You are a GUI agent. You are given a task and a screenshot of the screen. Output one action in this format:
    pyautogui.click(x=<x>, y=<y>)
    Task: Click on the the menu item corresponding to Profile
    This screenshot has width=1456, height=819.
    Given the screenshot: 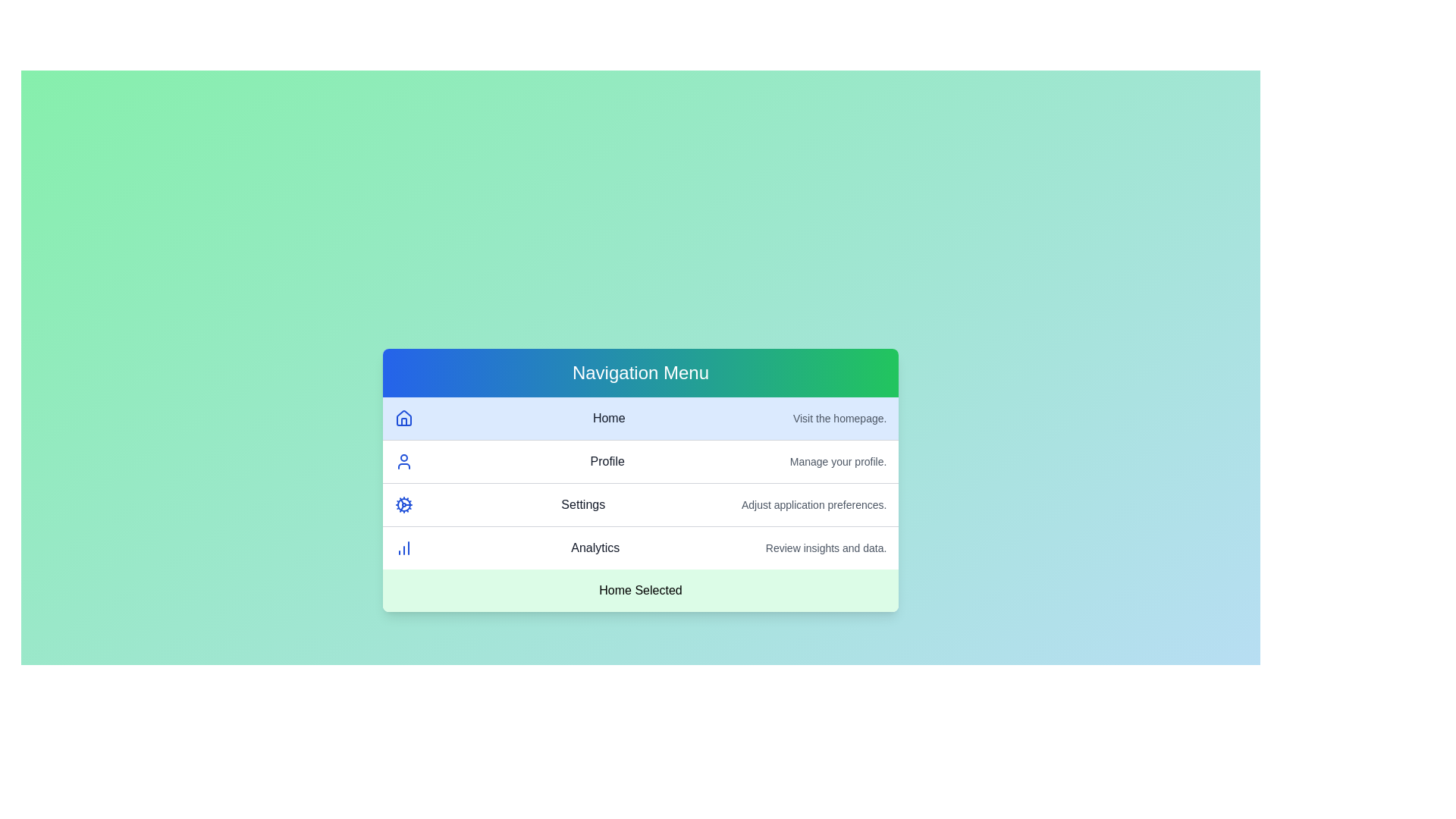 What is the action you would take?
    pyautogui.click(x=640, y=460)
    